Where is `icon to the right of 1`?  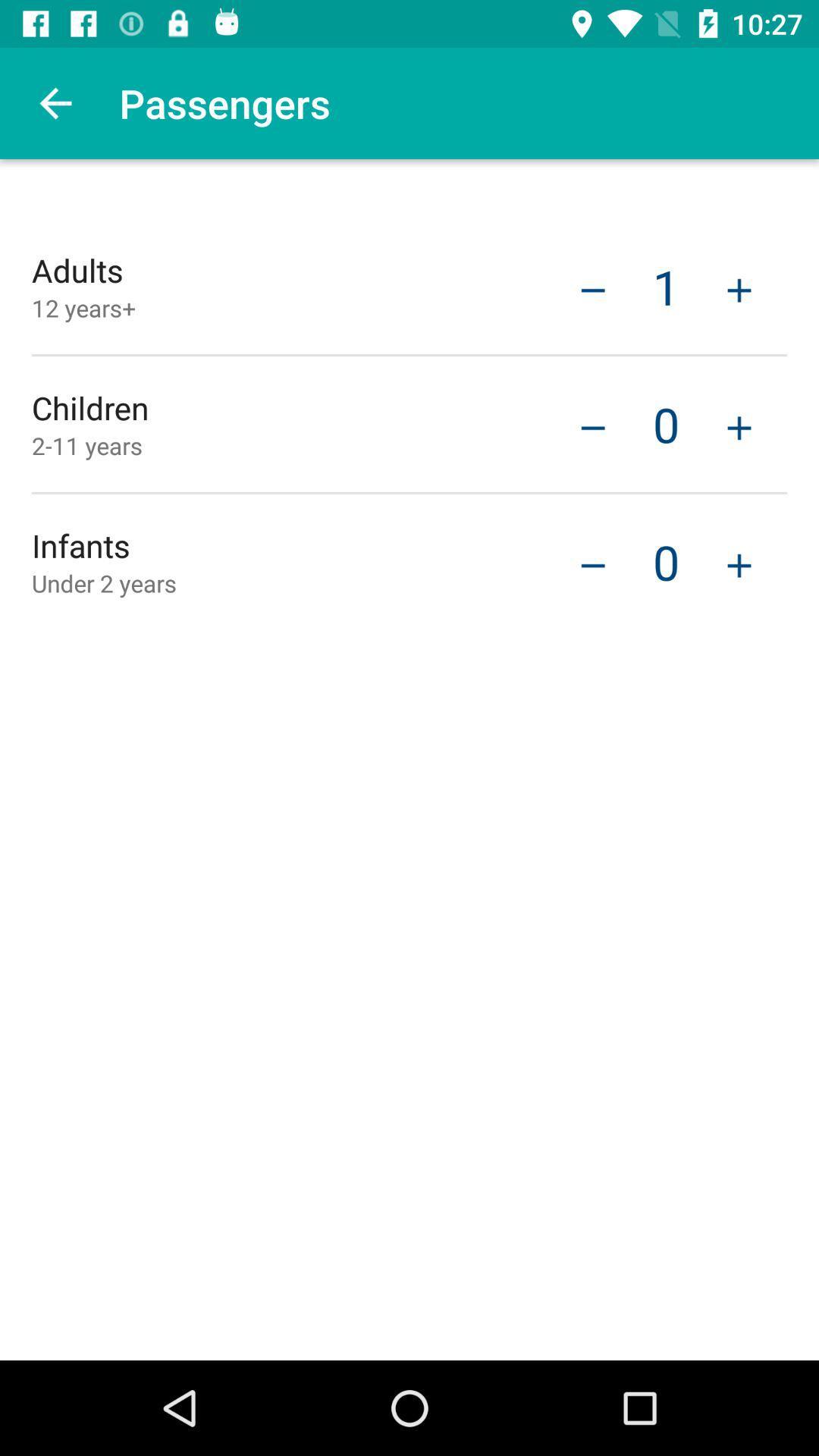 icon to the right of 1 is located at coordinates (739, 288).